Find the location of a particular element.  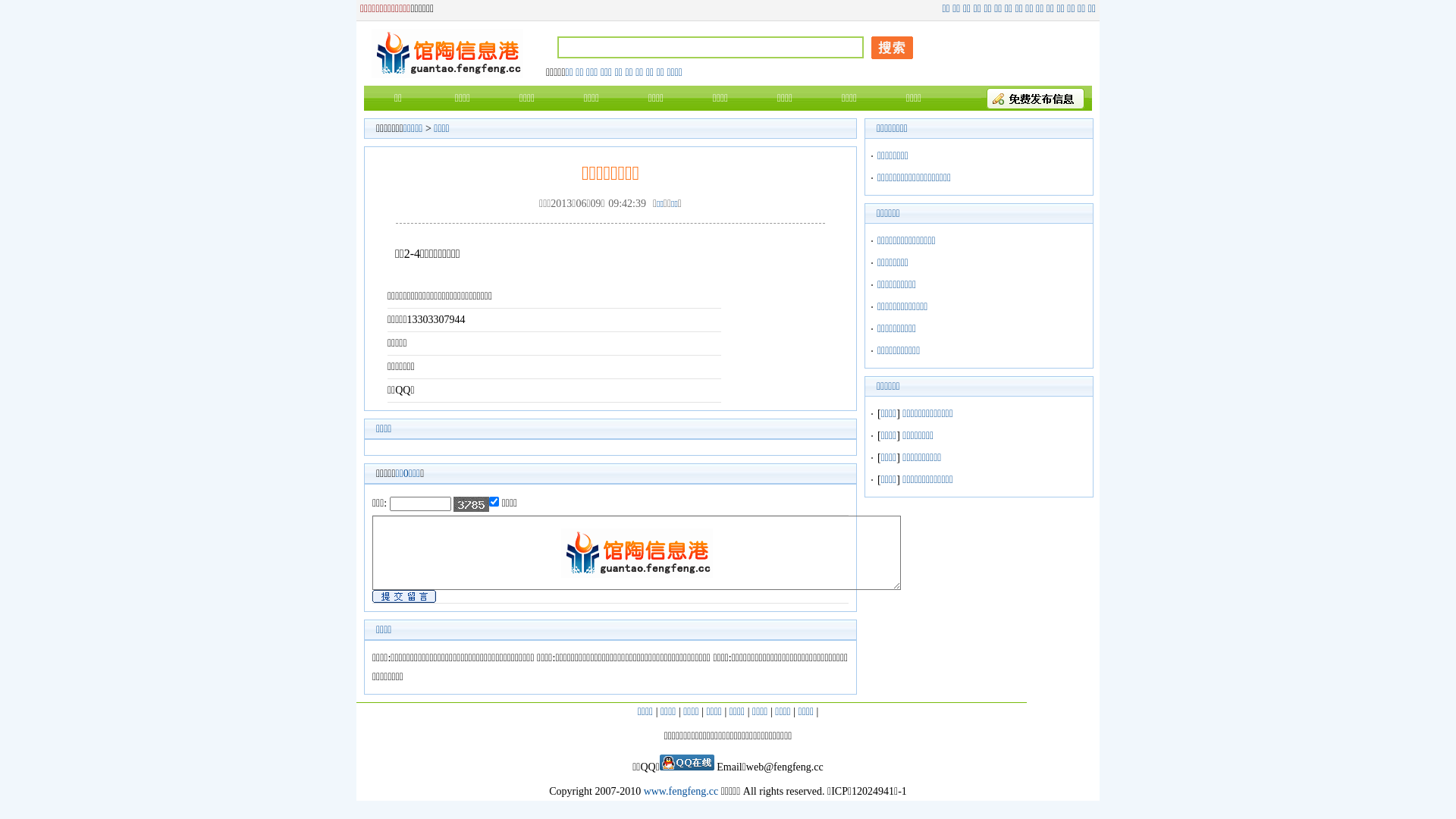

'www.fengfeng.cc' is located at coordinates (680, 790).